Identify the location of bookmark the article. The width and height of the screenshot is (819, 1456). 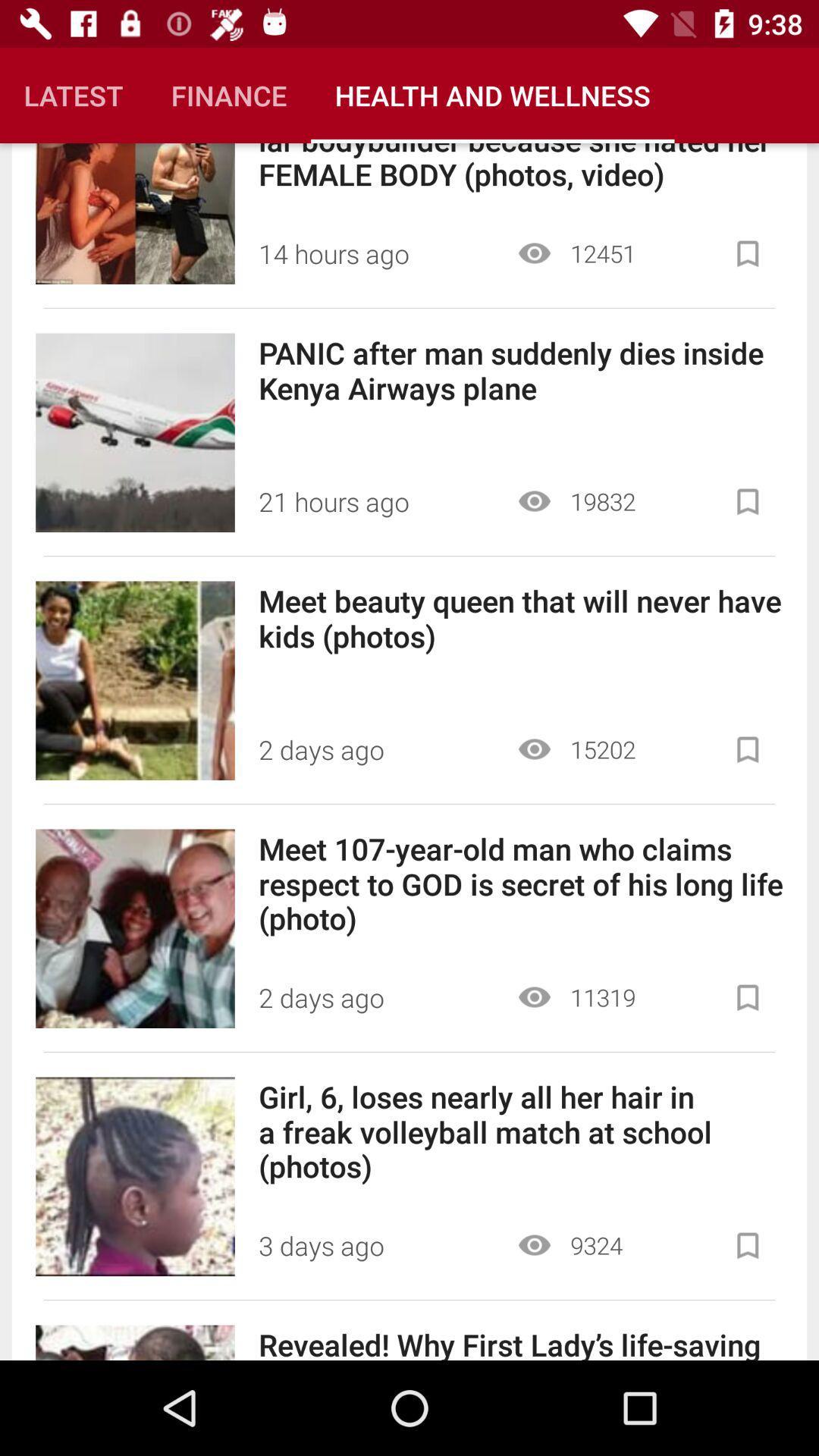
(747, 501).